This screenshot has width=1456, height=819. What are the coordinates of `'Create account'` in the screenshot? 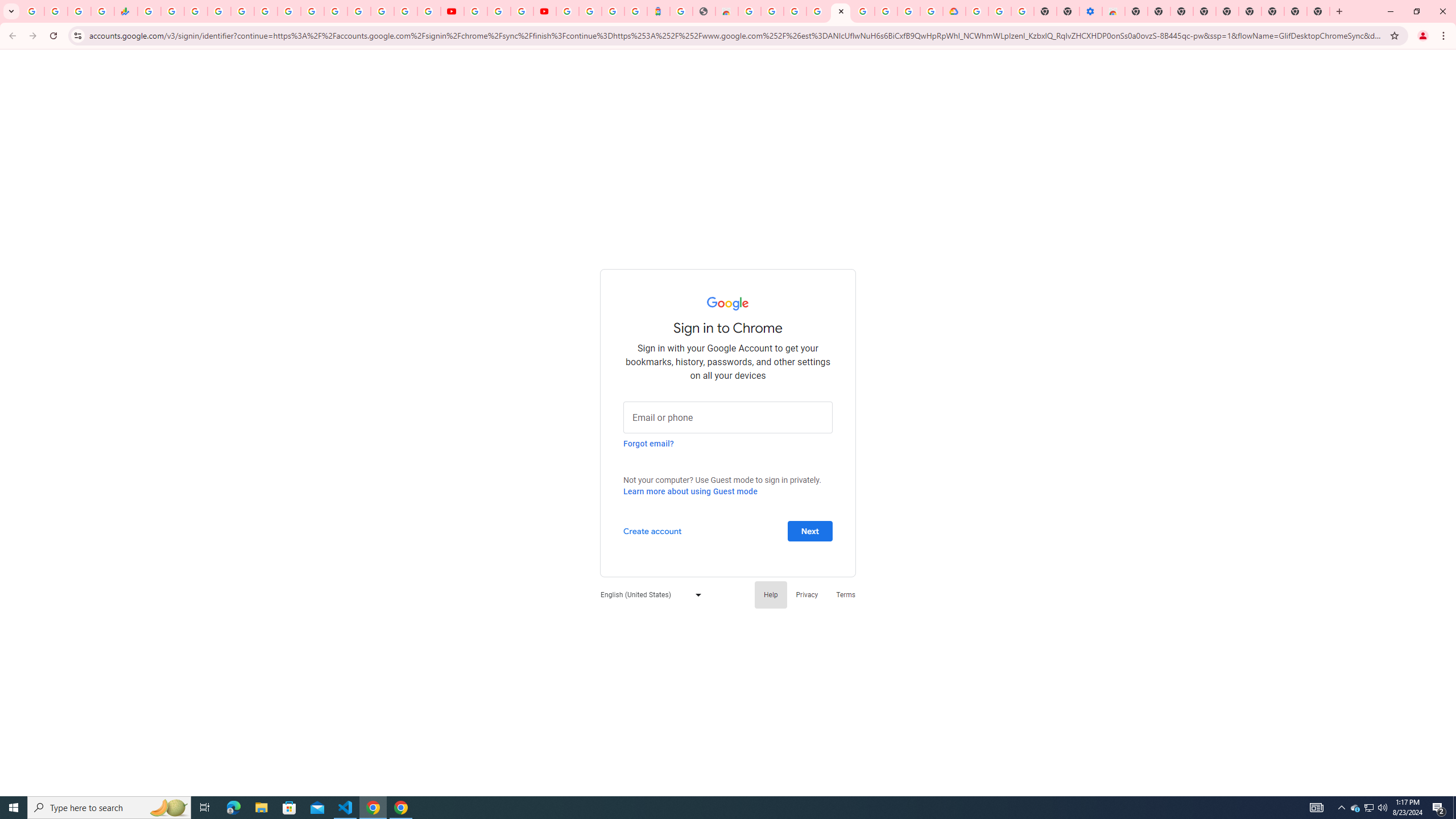 It's located at (651, 530).